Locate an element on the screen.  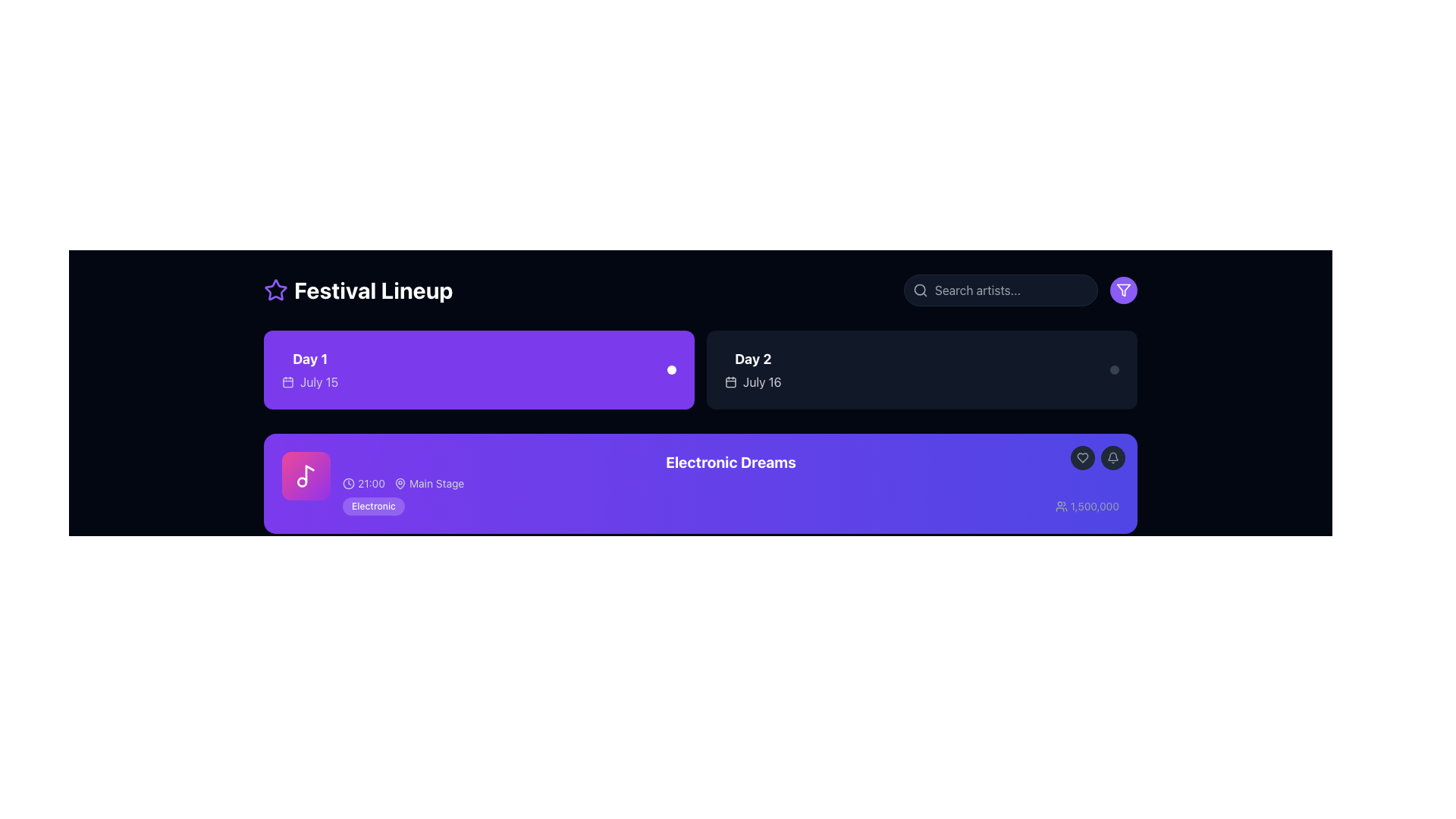
text of the headline label located at the center-top of the purple event card to understand the event title is located at coordinates (731, 461).